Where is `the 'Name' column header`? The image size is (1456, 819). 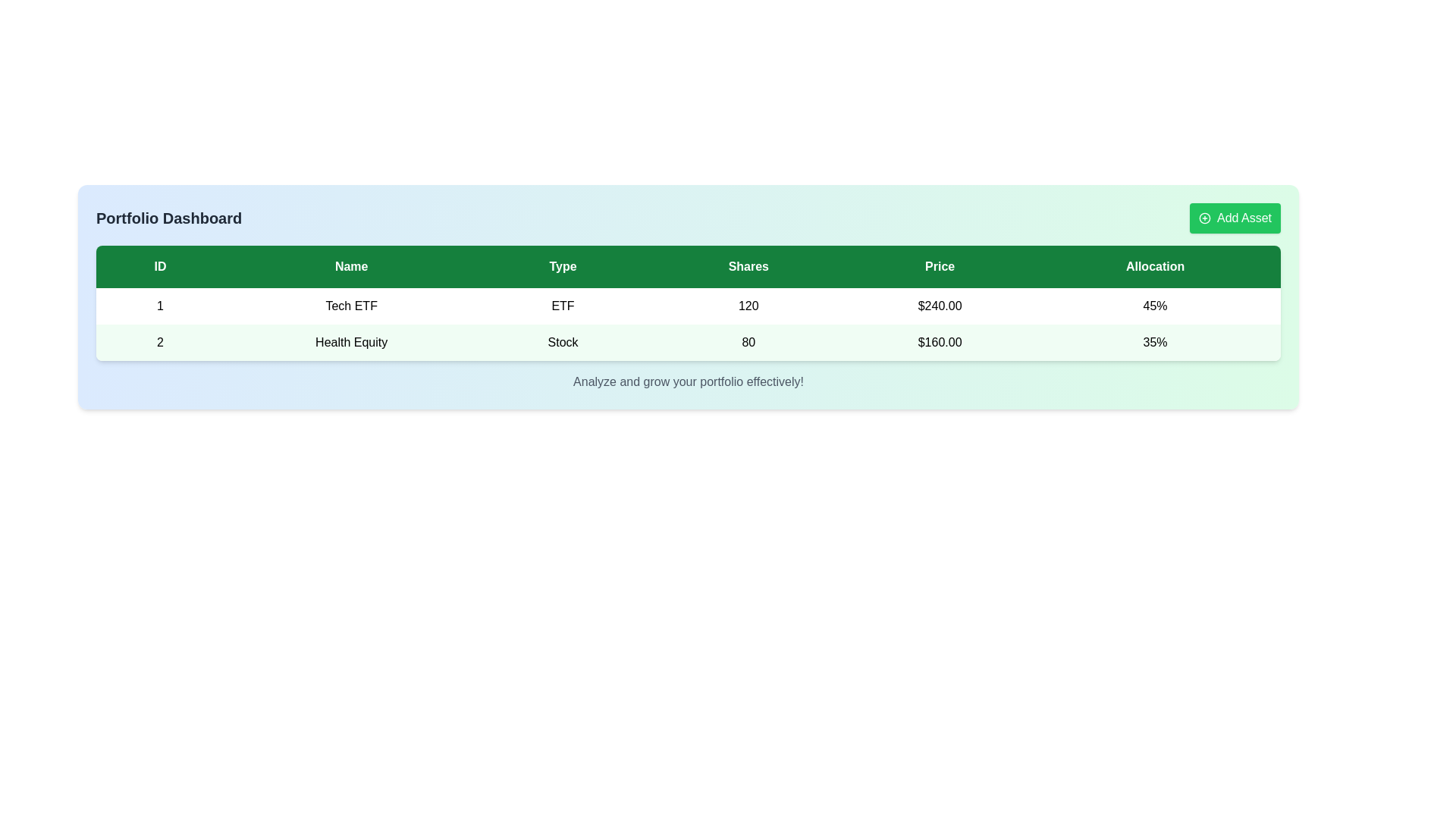
the 'Name' column header is located at coordinates (350, 265).